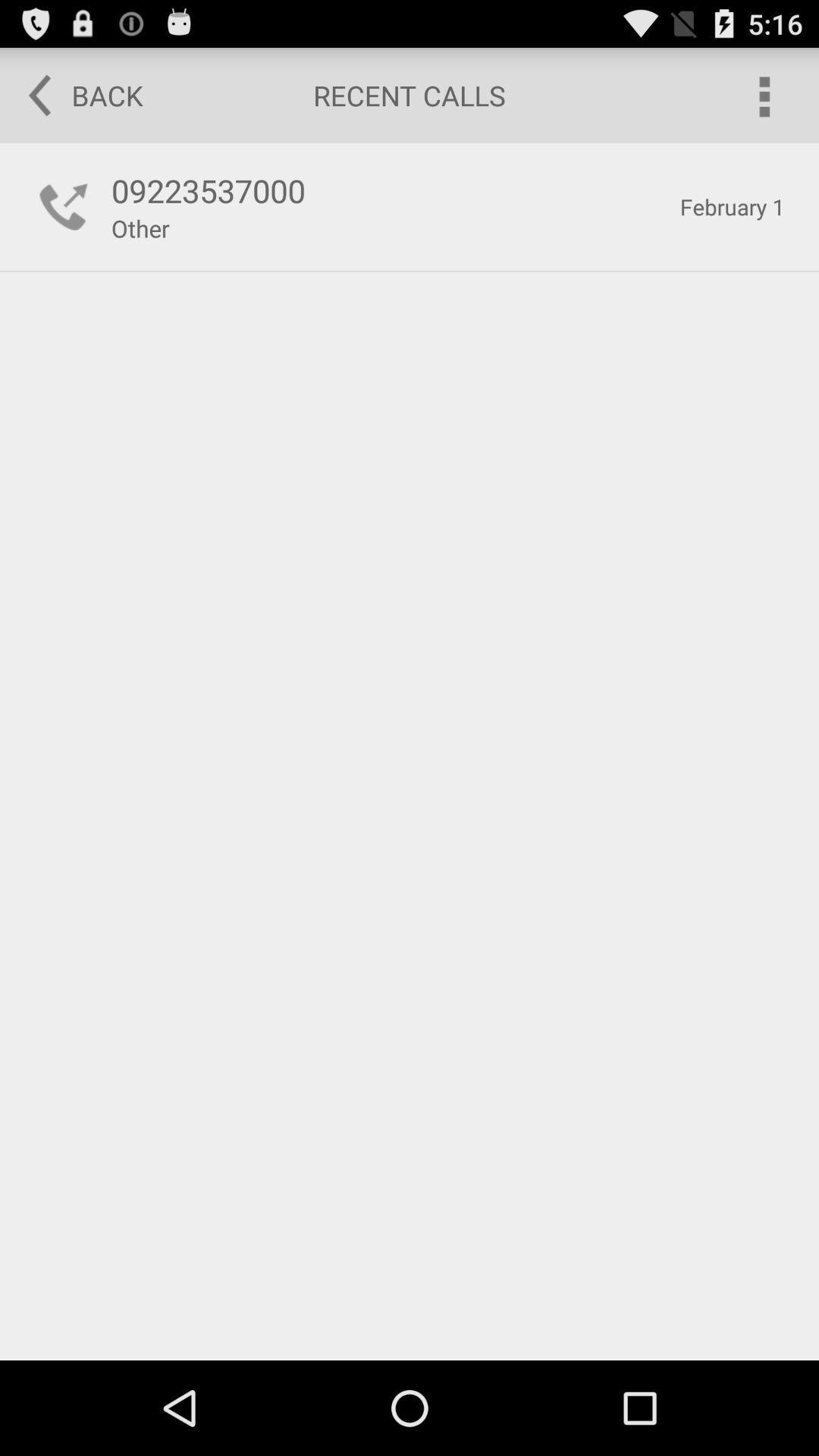 The image size is (819, 1456). What do you see at coordinates (387, 190) in the screenshot?
I see `the 09223537000 item` at bounding box center [387, 190].